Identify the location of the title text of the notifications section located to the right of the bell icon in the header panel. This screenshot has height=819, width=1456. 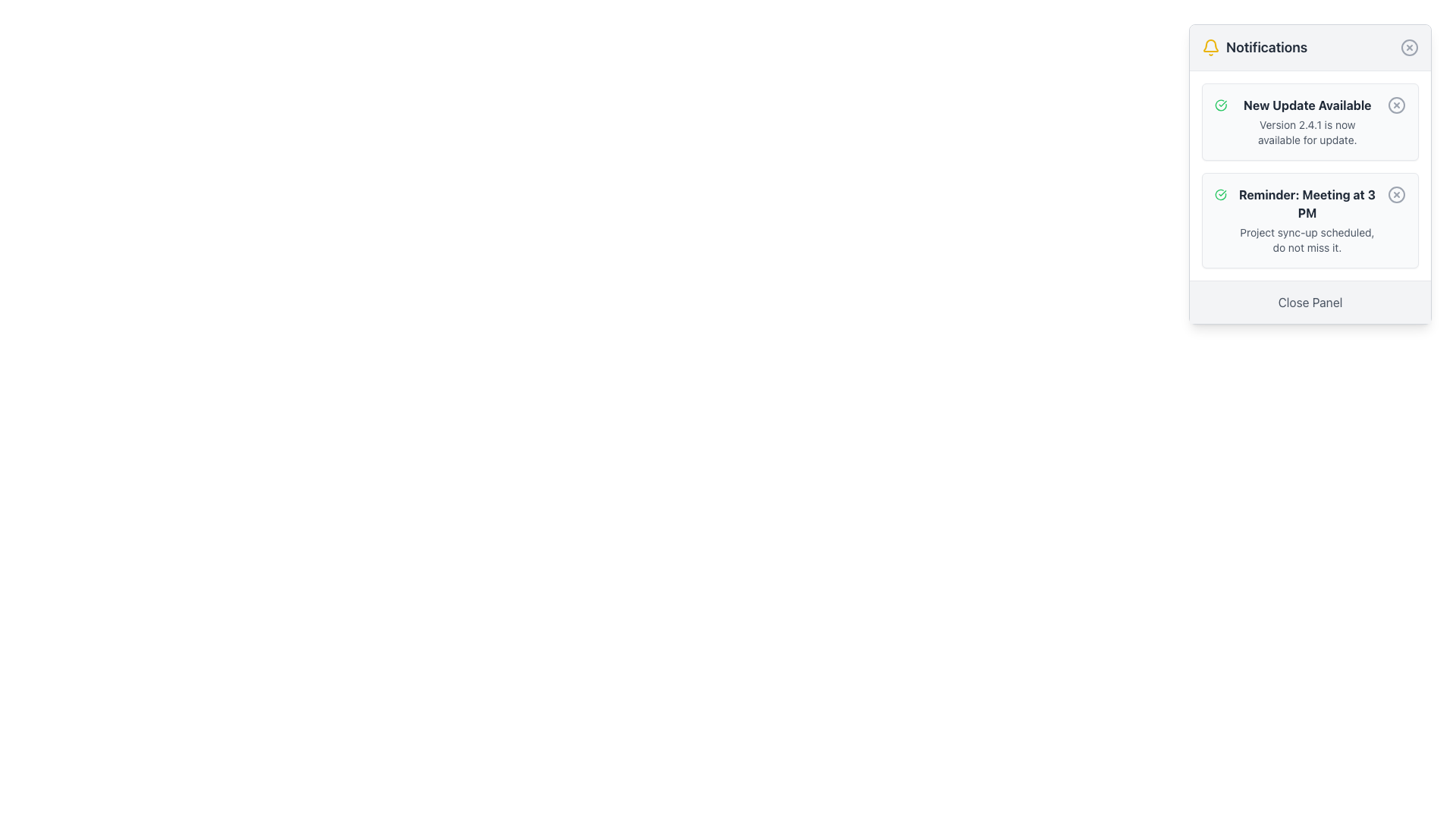
(1266, 46).